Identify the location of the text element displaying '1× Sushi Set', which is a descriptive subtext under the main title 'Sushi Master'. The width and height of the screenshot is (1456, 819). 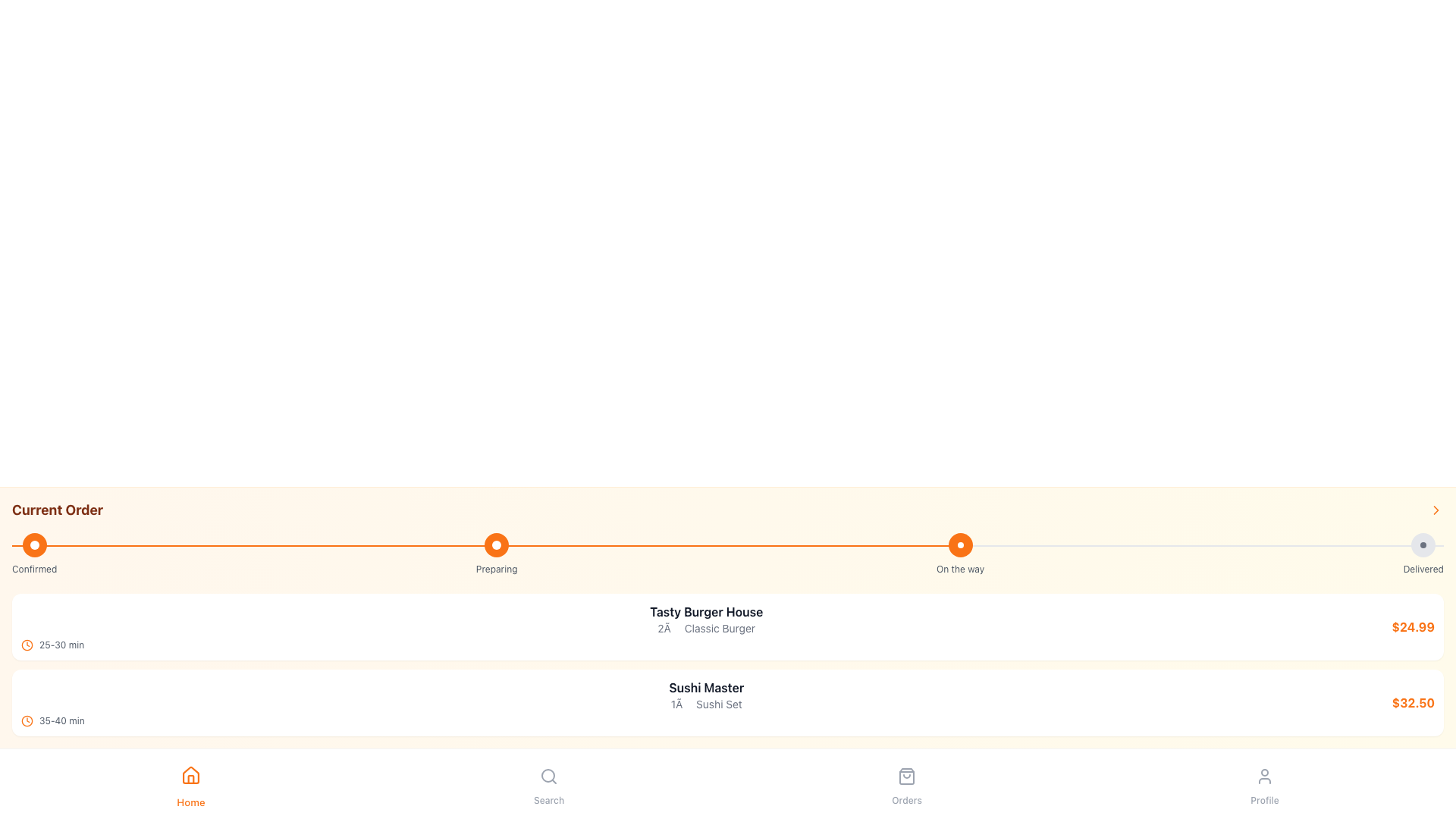
(705, 704).